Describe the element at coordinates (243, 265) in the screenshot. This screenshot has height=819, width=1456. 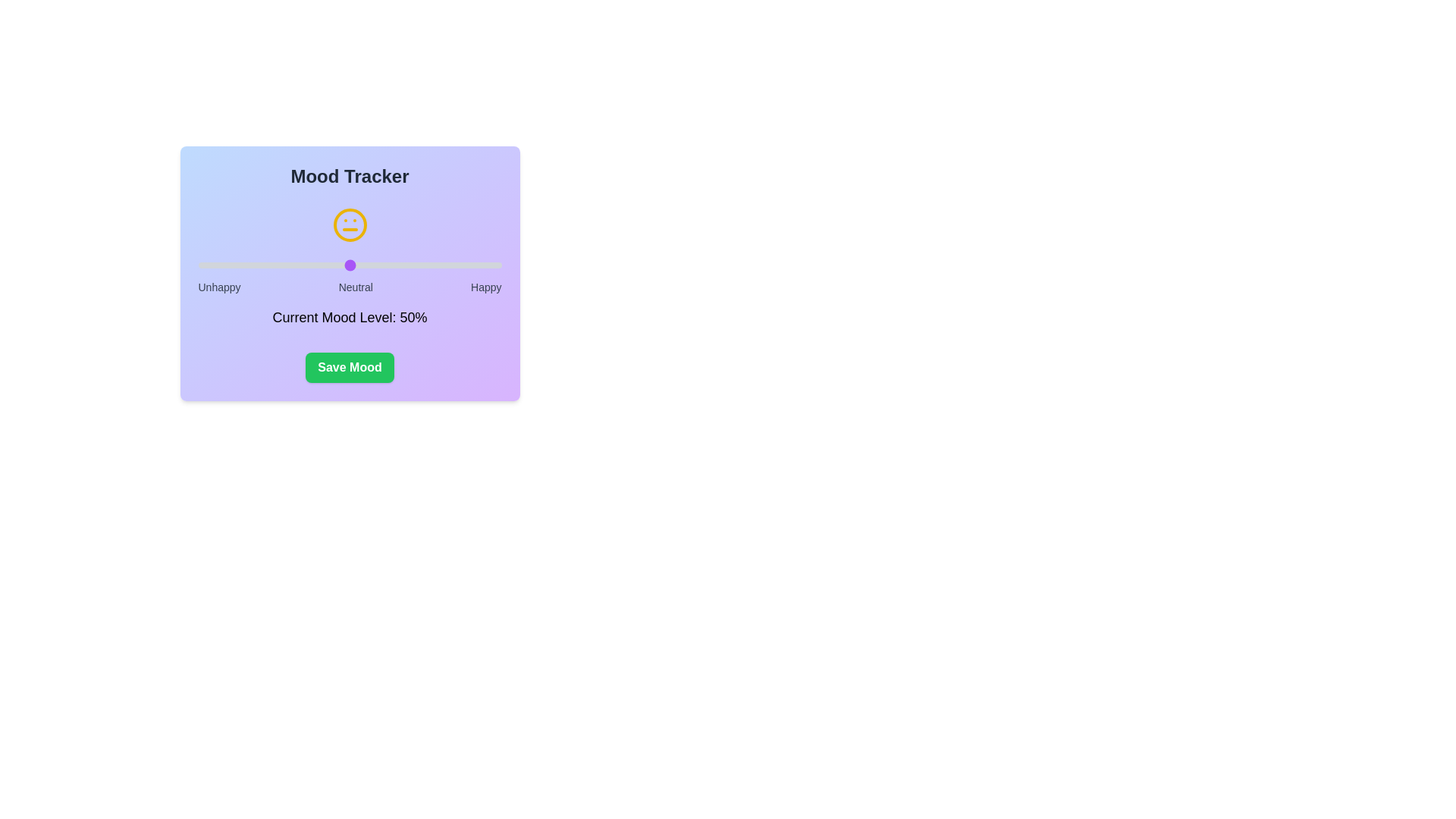
I see `the mood level to 15% using the slider` at that location.